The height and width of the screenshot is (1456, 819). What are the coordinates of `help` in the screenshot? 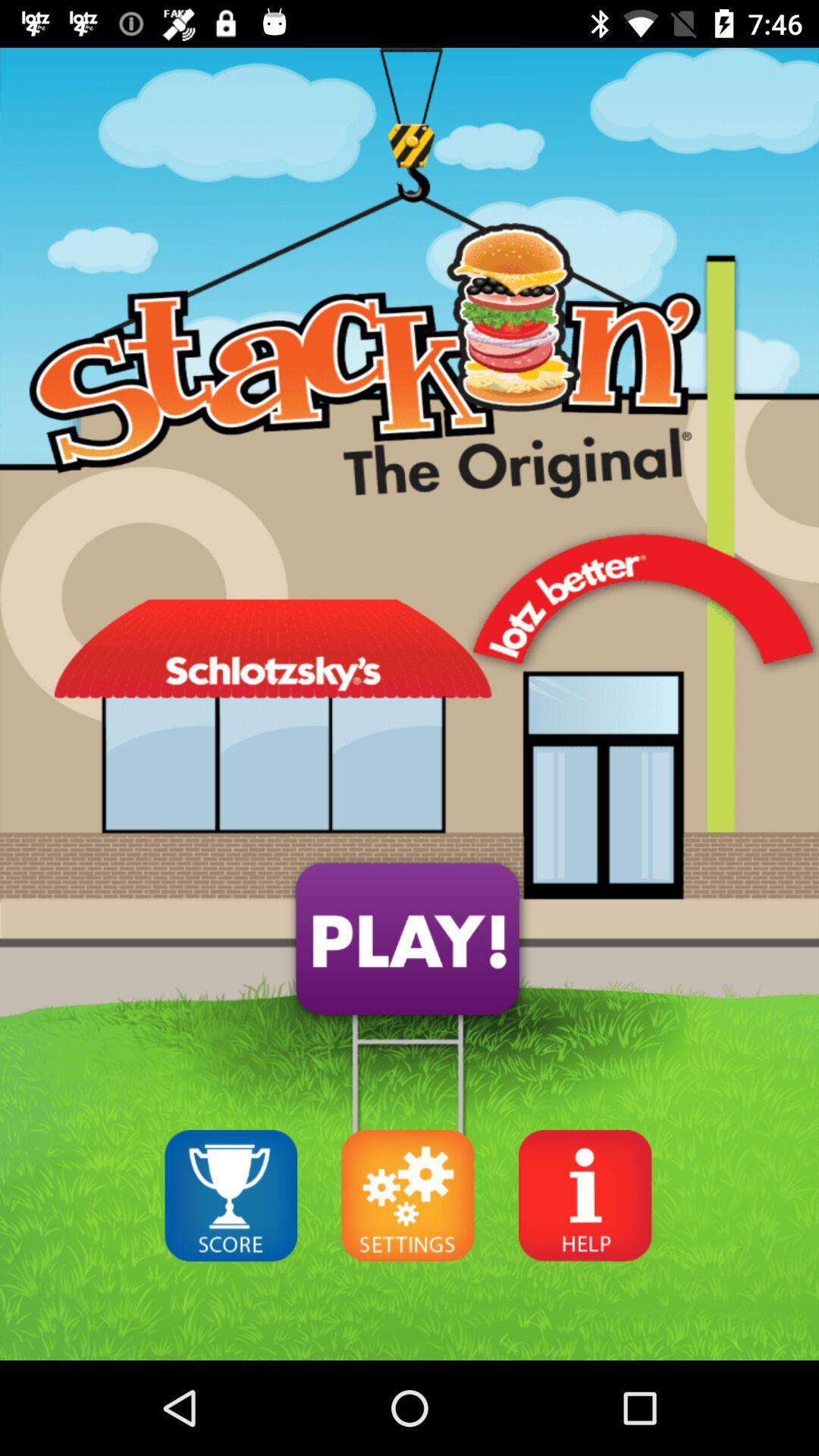 It's located at (585, 1194).